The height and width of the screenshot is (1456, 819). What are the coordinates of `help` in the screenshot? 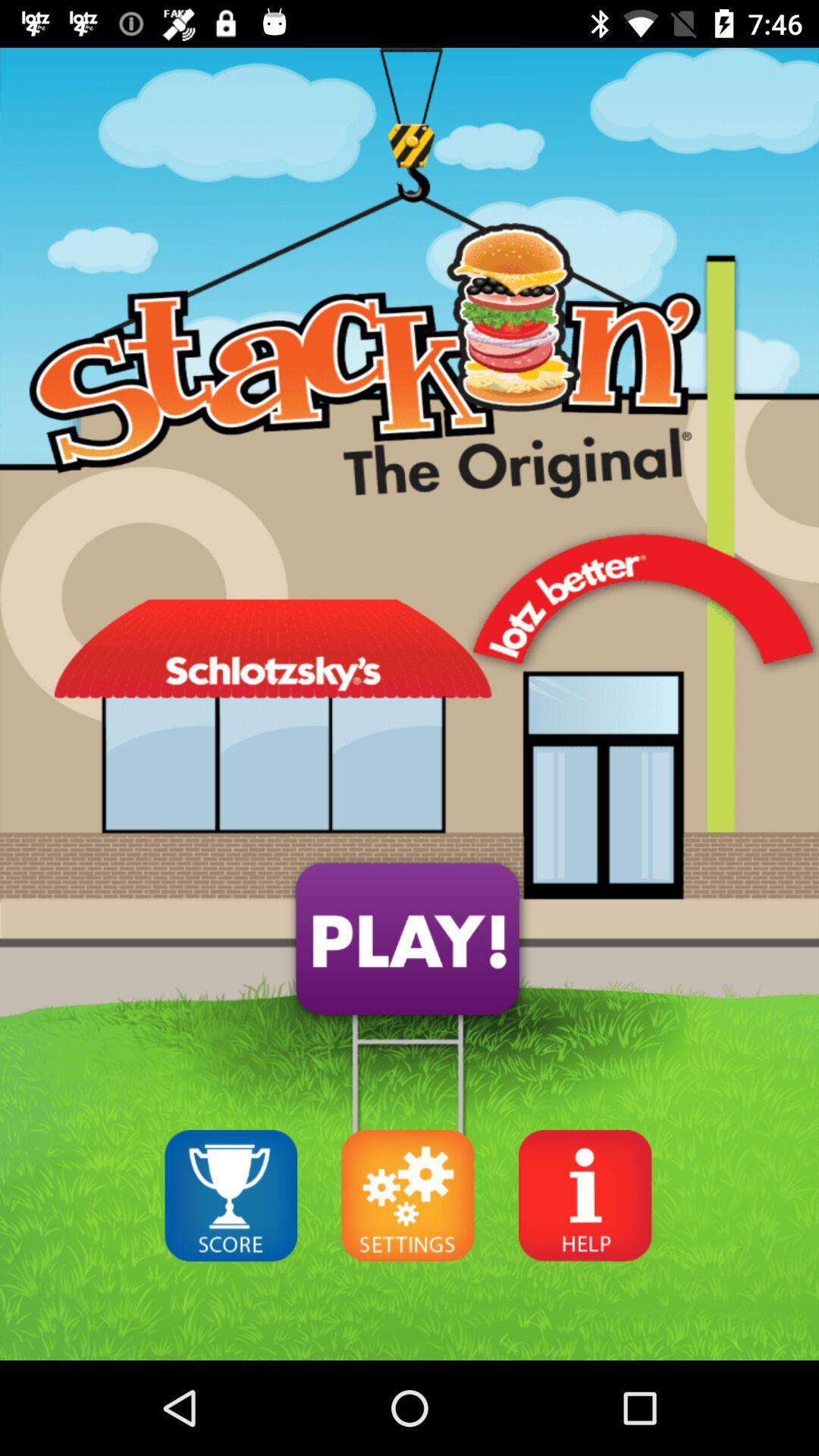 It's located at (585, 1194).